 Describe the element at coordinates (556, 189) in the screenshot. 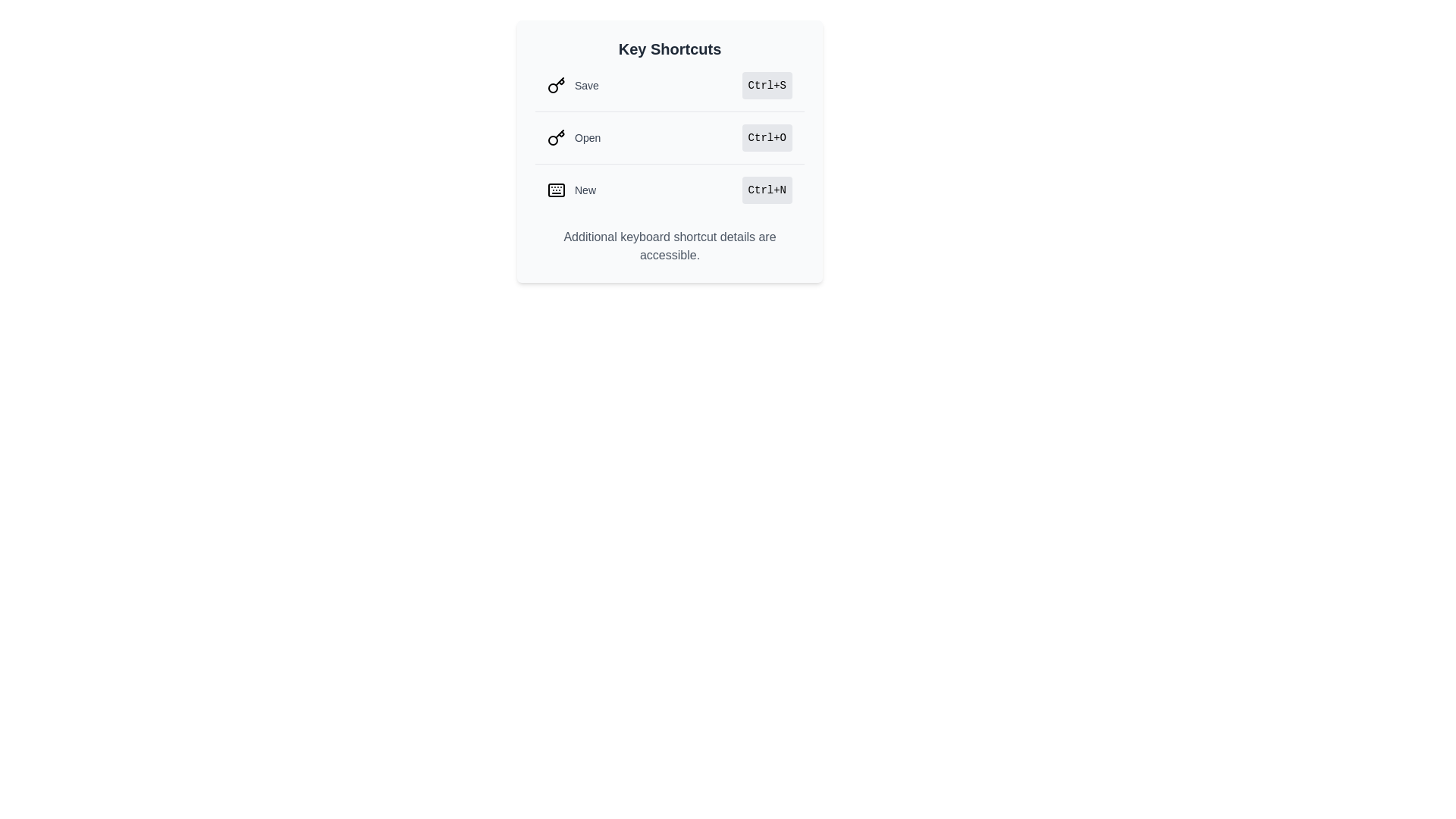

I see `the 'New' keyboard icon in the 'Key Shortcuts' panel, which represents the 'New' action alongside the label and shortcut 'Ctrl+N'` at that location.